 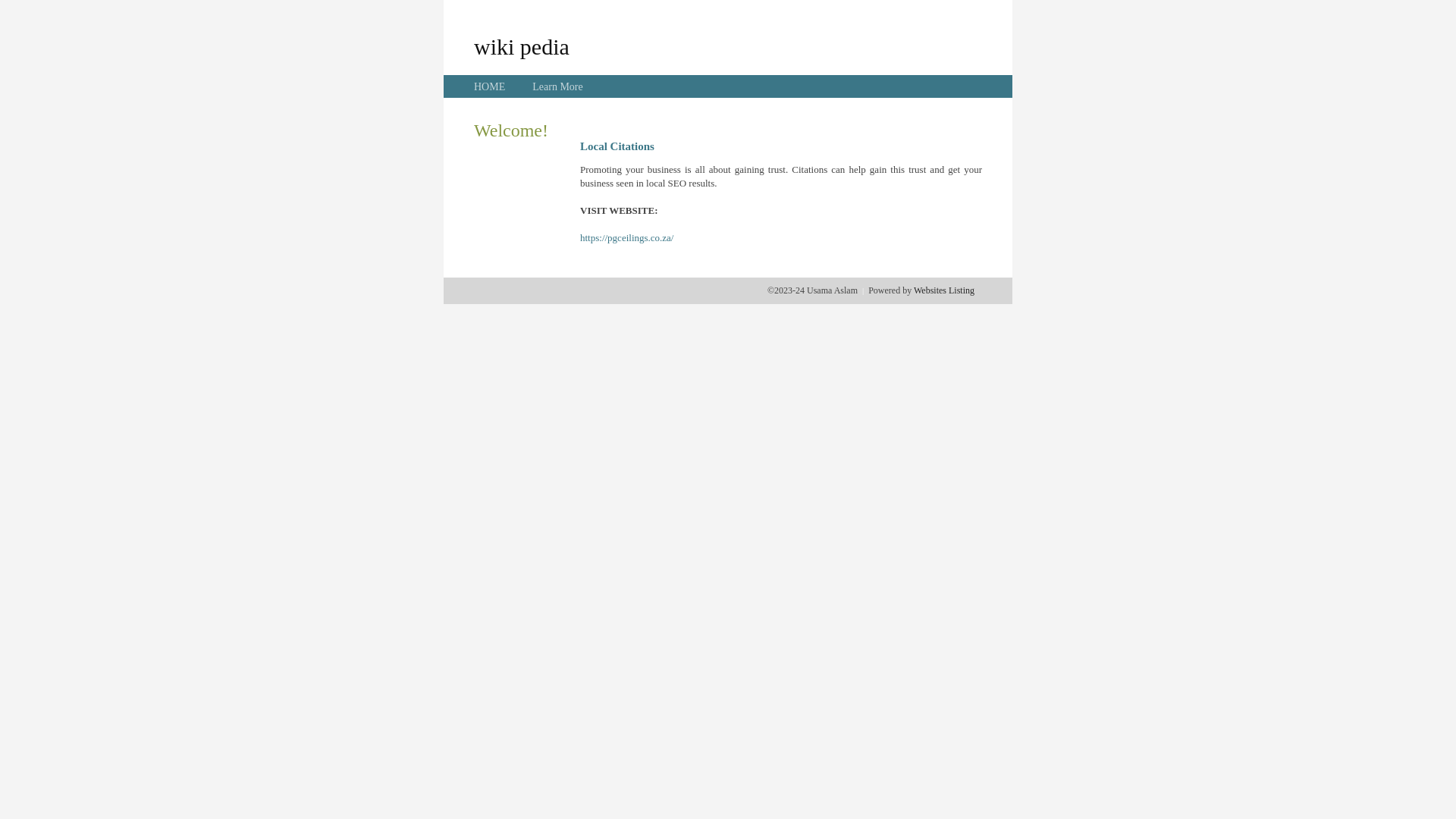 I want to click on 'Websites Listing', so click(x=943, y=290).